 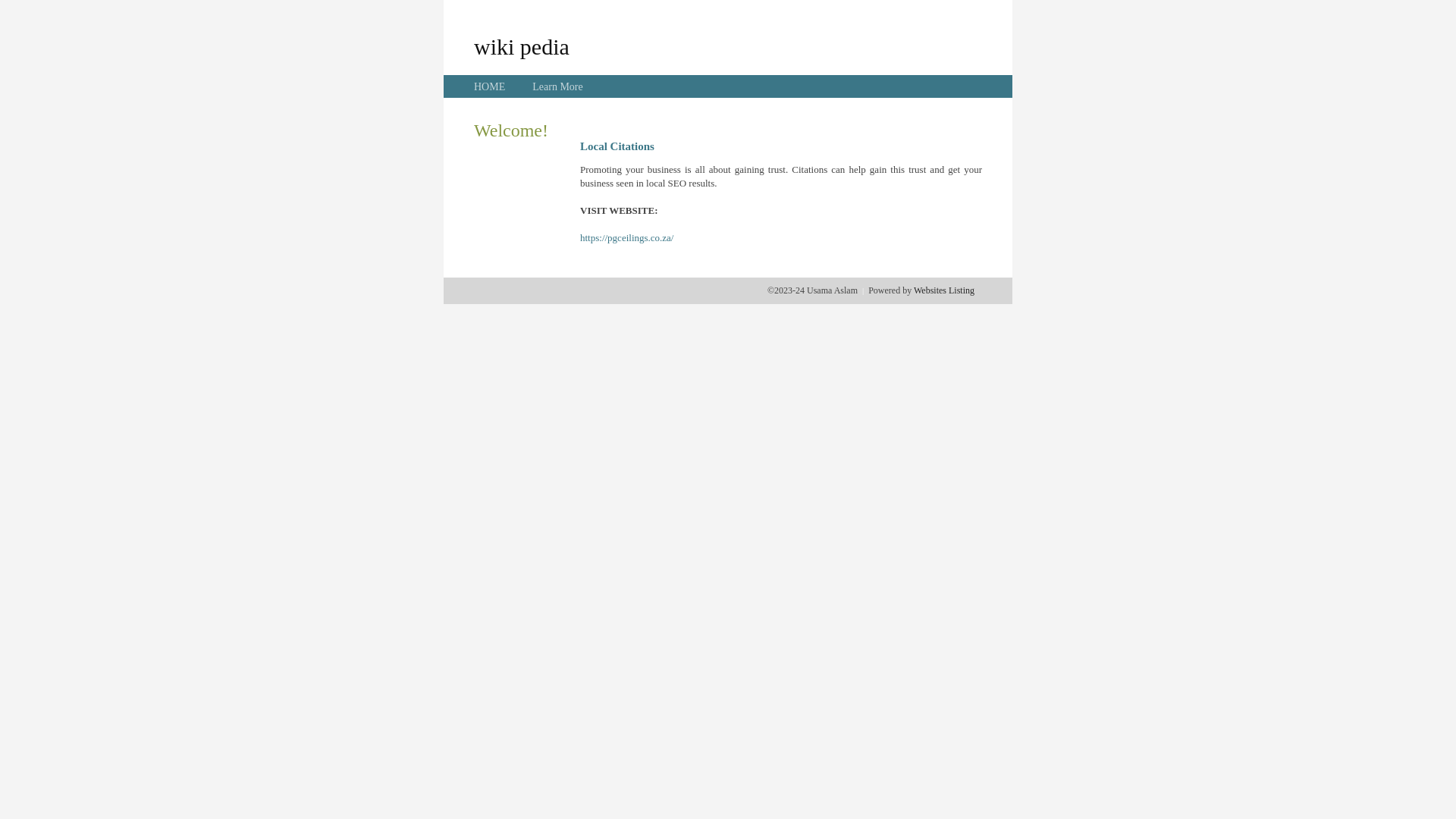 I want to click on 'Websites Listing', so click(x=943, y=290).